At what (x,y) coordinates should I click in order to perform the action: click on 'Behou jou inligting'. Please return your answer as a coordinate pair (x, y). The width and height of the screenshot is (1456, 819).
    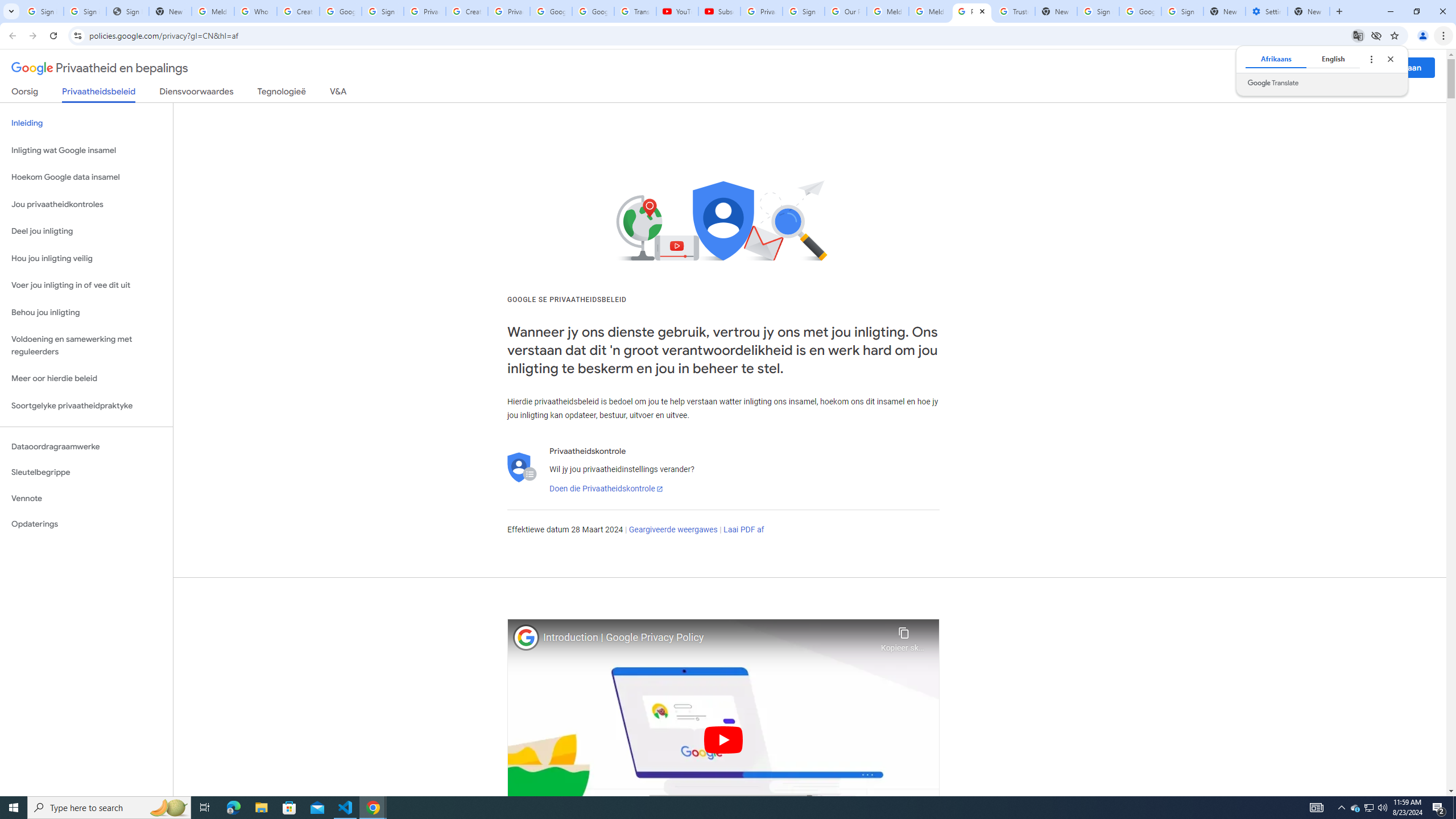
    Looking at the image, I should click on (86, 312).